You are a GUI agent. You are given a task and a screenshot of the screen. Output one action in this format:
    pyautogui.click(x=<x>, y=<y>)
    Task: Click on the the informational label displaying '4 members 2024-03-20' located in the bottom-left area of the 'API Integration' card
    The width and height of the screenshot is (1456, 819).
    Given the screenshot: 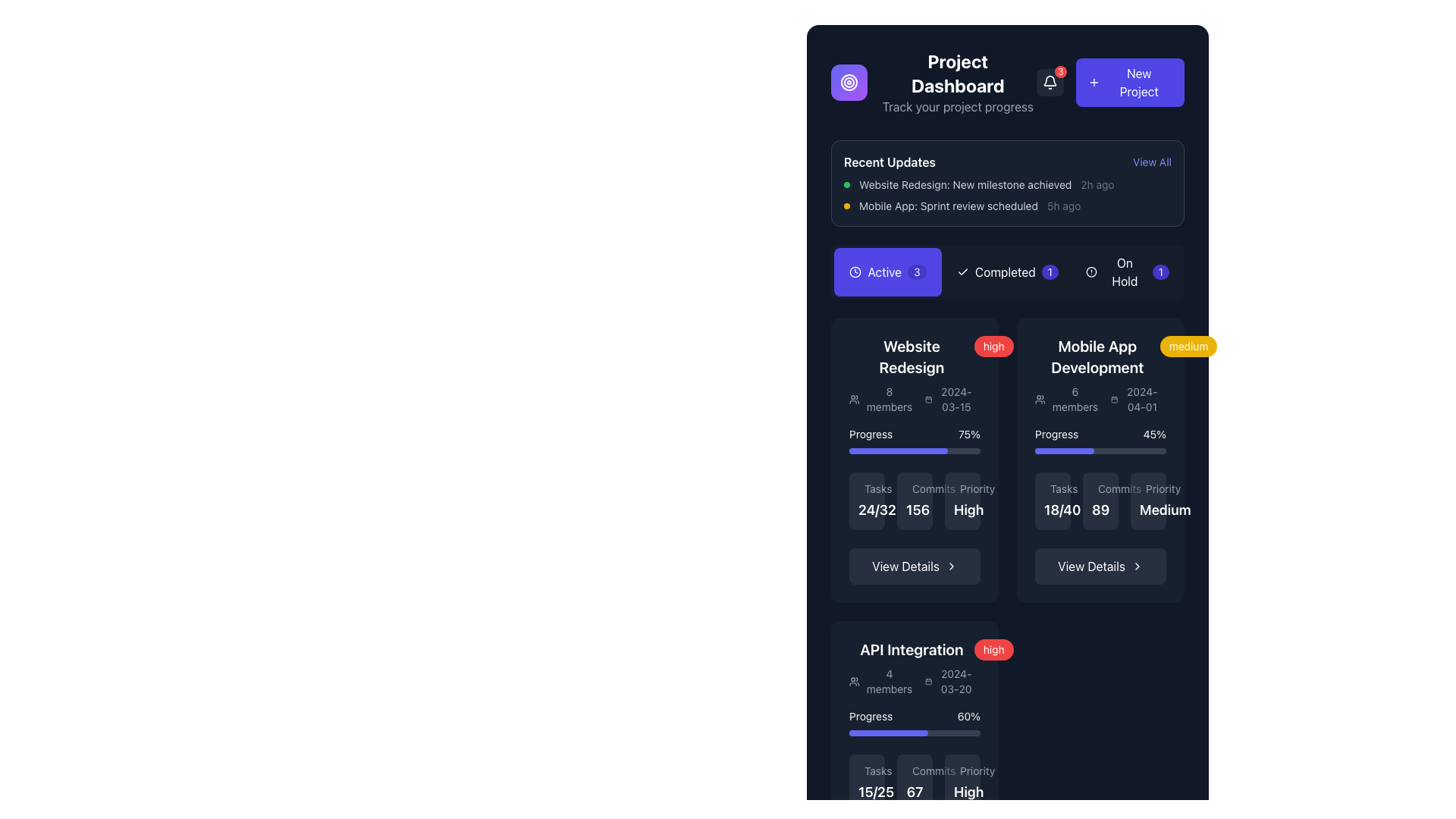 What is the action you would take?
    pyautogui.click(x=911, y=680)
    